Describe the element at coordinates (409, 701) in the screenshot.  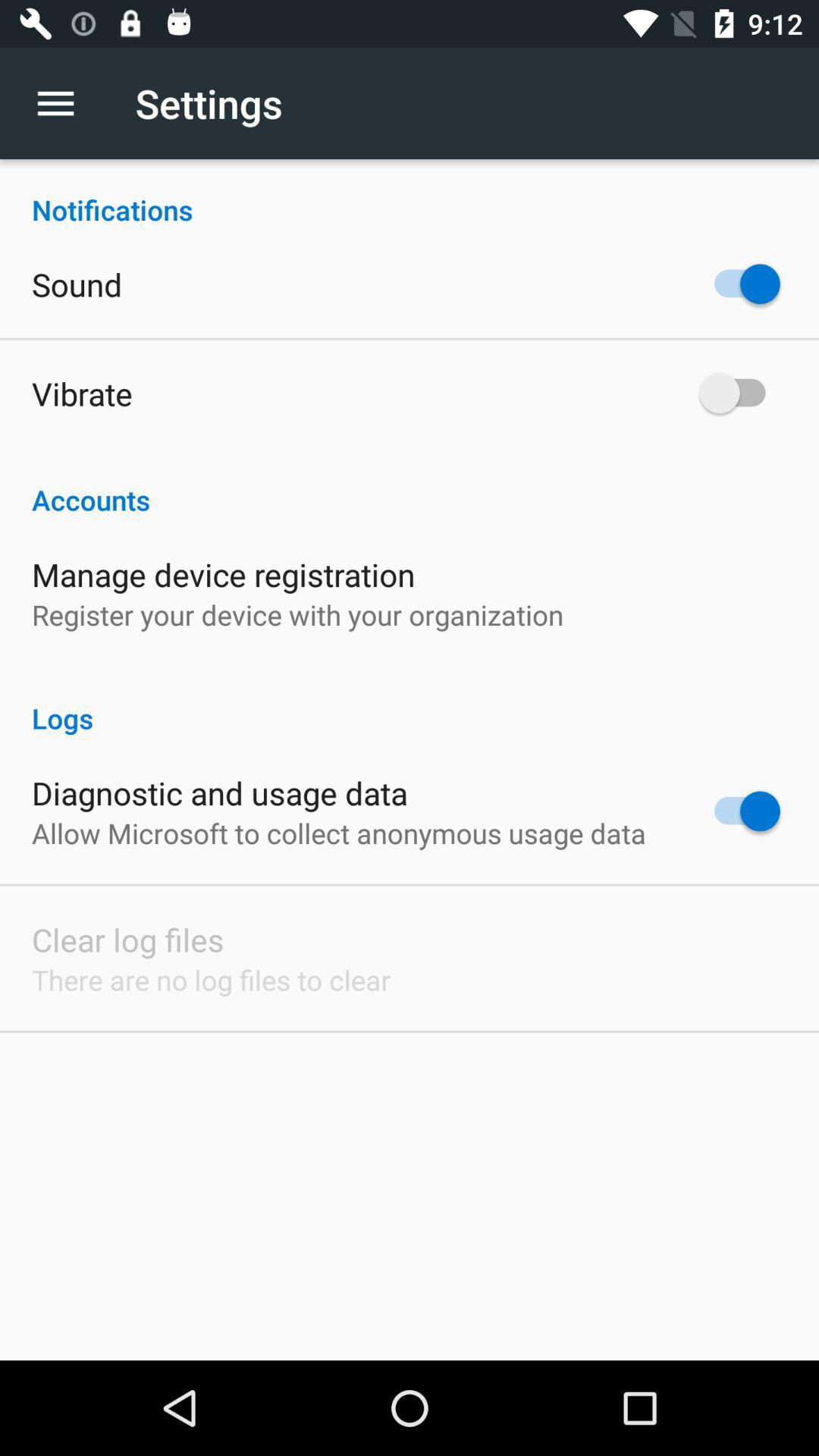
I see `app below register your device app` at that location.